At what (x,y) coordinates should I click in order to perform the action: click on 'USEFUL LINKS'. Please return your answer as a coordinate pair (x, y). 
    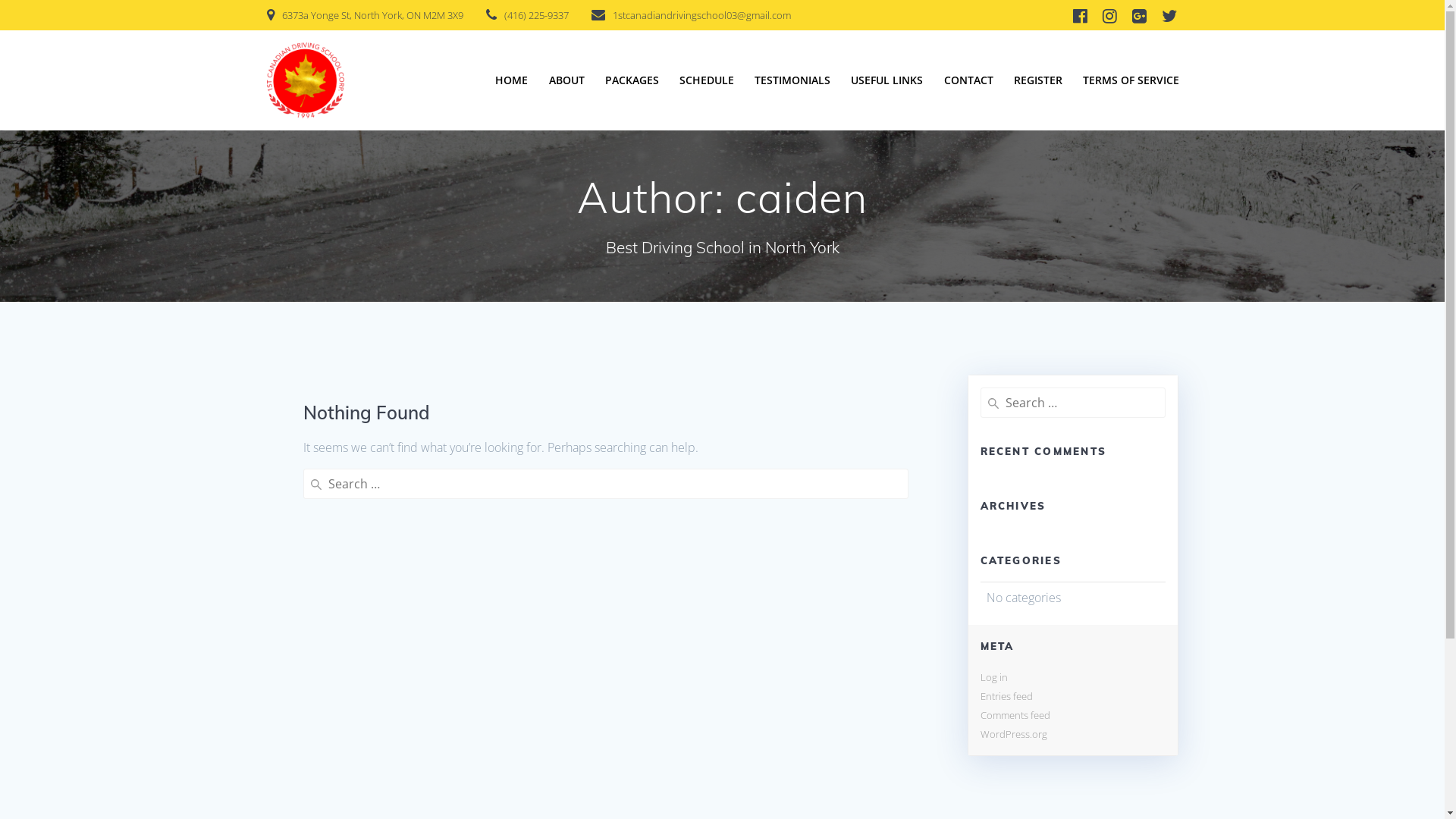
    Looking at the image, I should click on (886, 80).